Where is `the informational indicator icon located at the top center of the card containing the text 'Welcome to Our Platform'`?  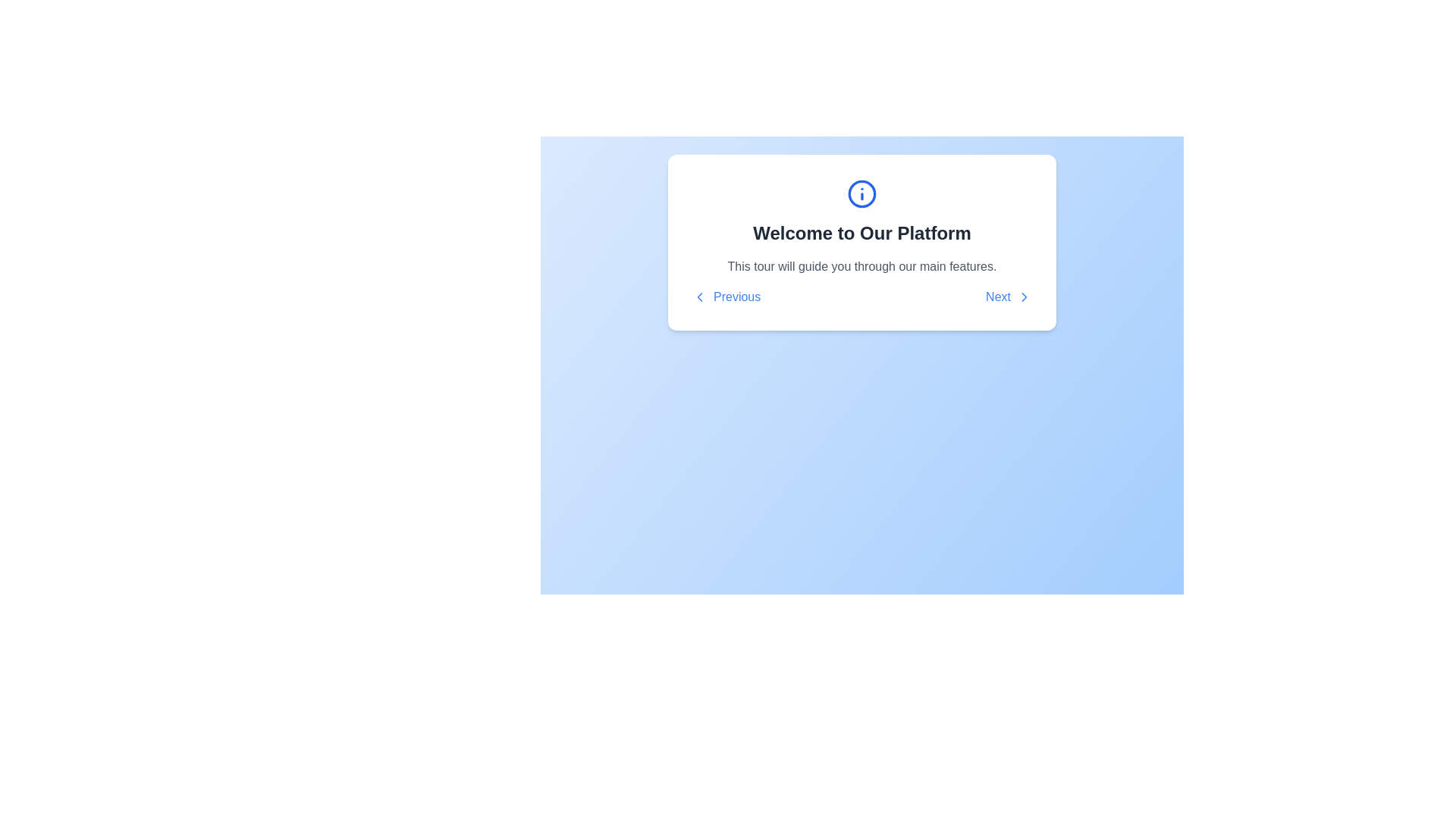 the informational indicator icon located at the top center of the card containing the text 'Welcome to Our Platform' is located at coordinates (862, 193).